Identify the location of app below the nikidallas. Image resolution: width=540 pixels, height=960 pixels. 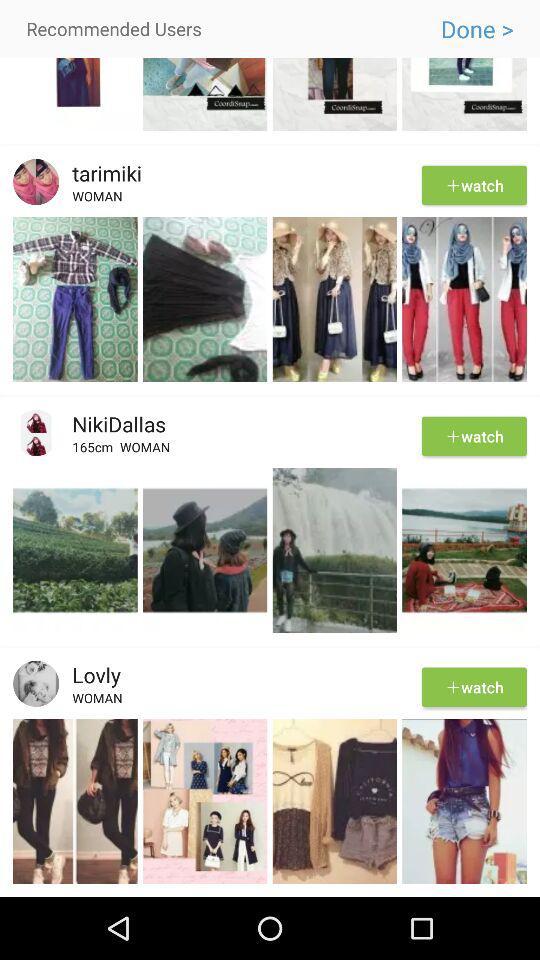
(95, 450).